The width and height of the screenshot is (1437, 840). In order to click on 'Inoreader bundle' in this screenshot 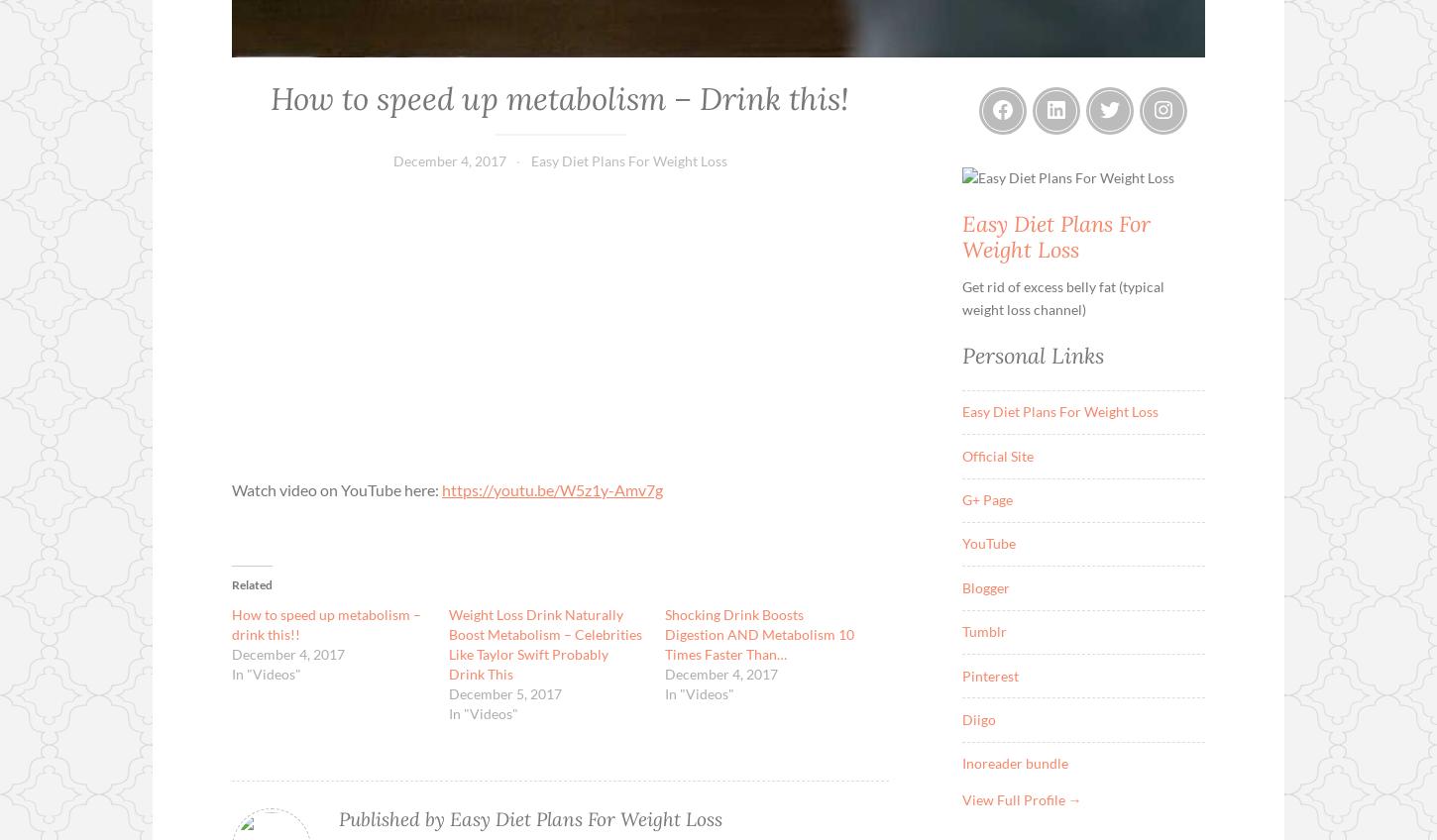, I will do `click(1014, 762)`.